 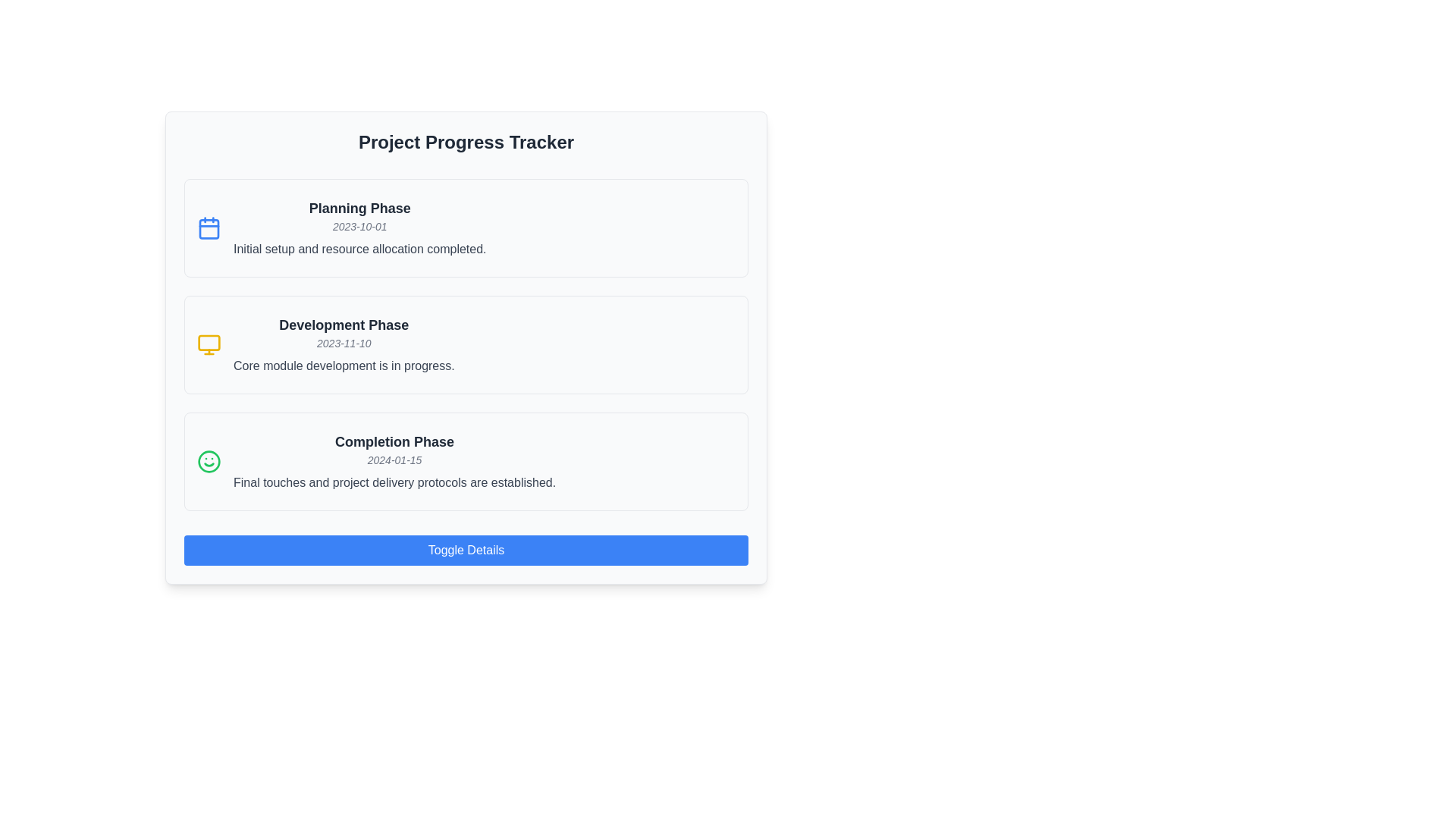 I want to click on the static text element displaying the date related to the 'Planning Phase', located below the heading and above the descriptive paragraph, so click(x=359, y=227).